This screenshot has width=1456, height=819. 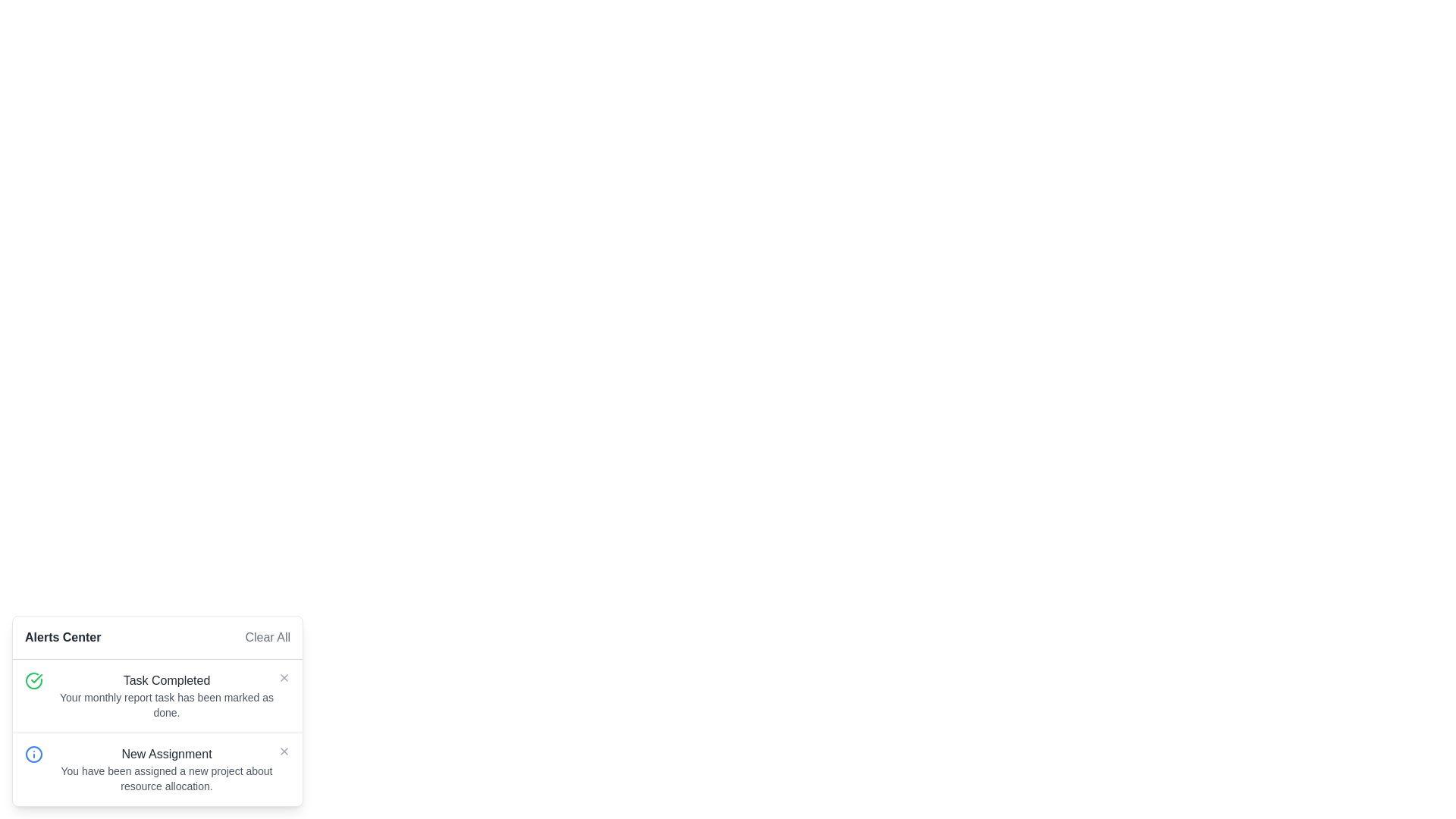 I want to click on the informational text label below the 'New Assignment' heading in the notification card located near the 'Alerts Center.', so click(x=167, y=778).